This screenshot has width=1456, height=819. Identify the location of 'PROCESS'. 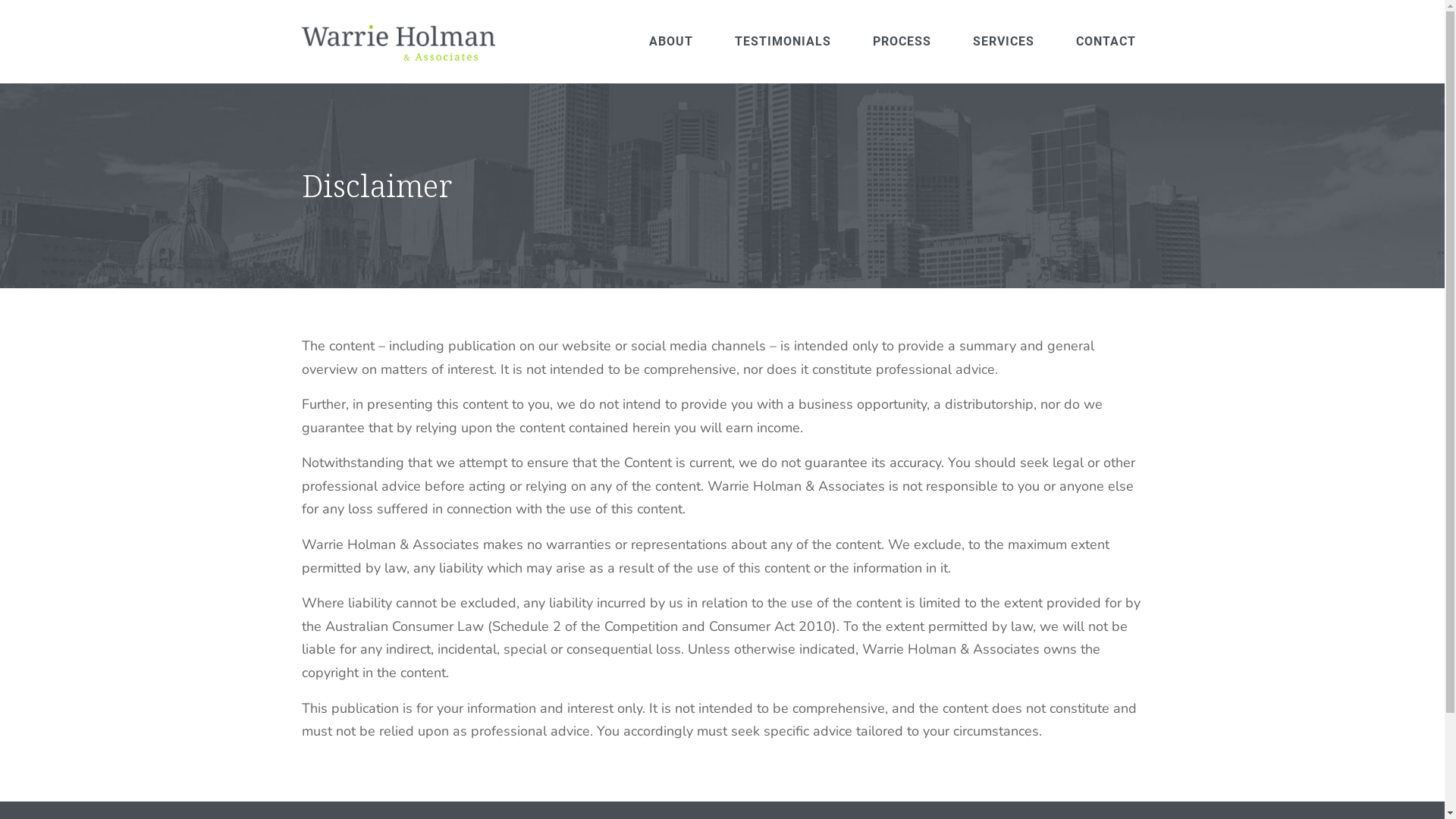
(902, 40).